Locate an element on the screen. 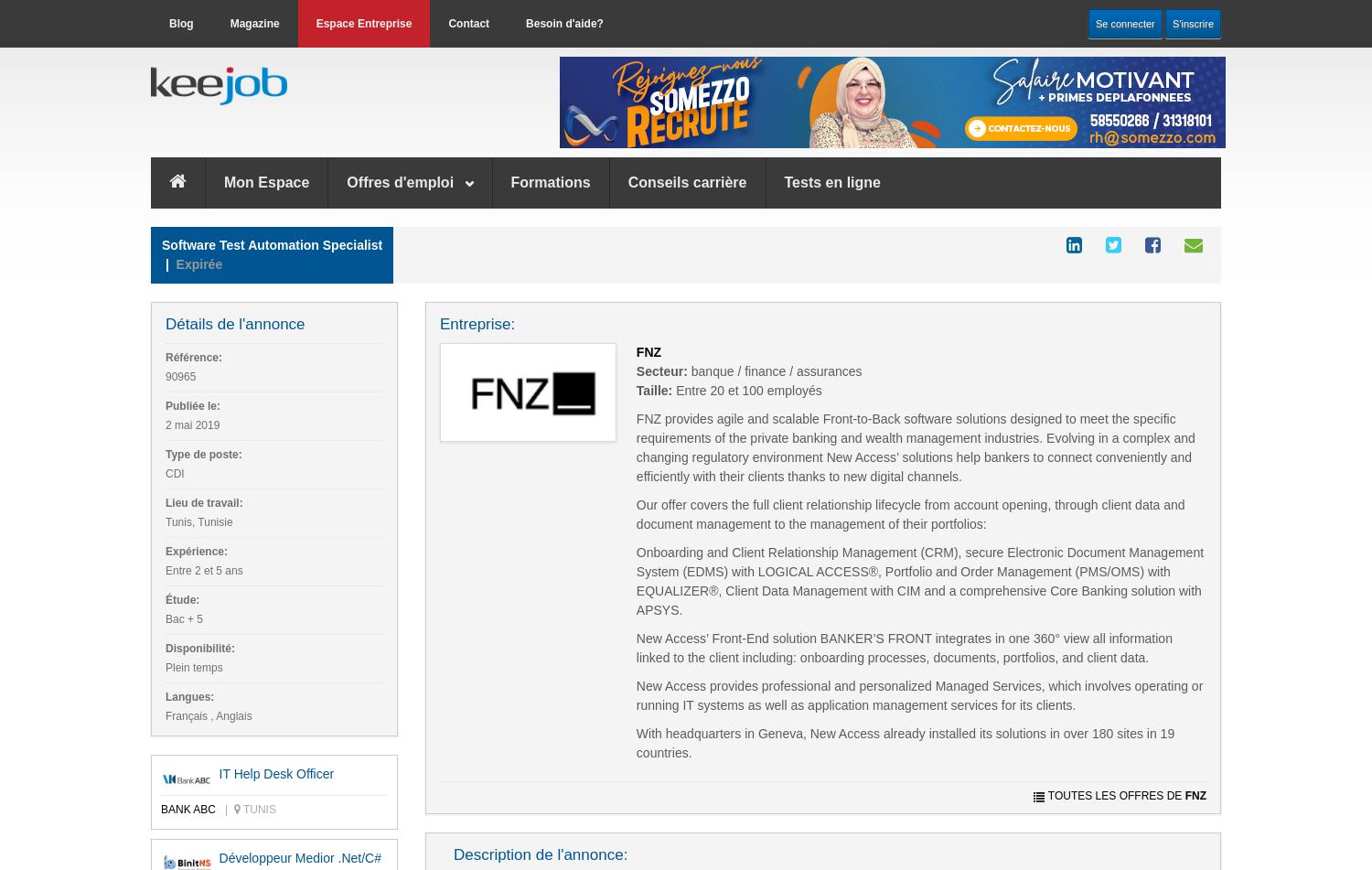  'CDI' is located at coordinates (173, 471).